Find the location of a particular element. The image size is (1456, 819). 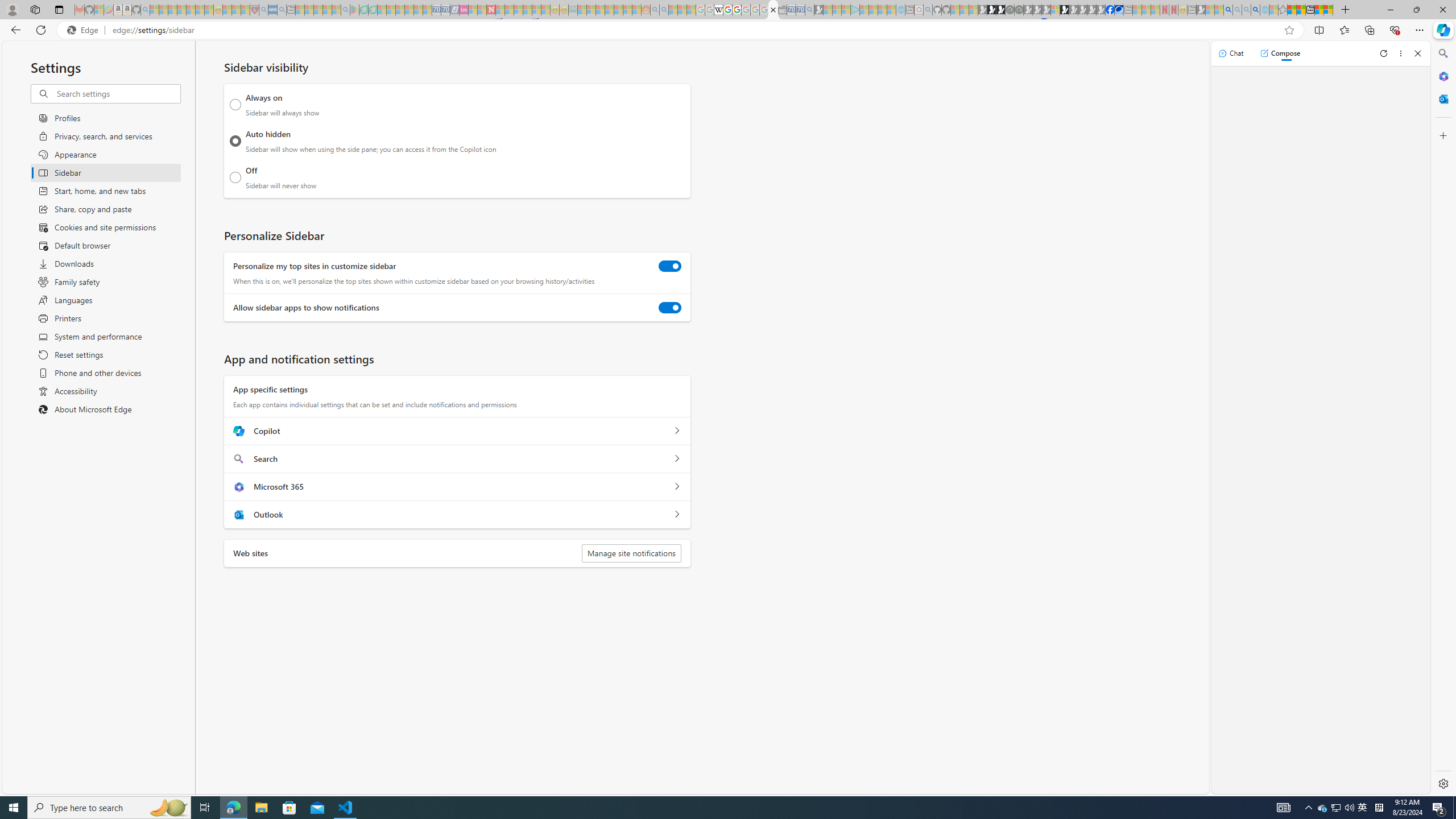

'Kinda Frugal - MSN - Sleeping' is located at coordinates (617, 9).